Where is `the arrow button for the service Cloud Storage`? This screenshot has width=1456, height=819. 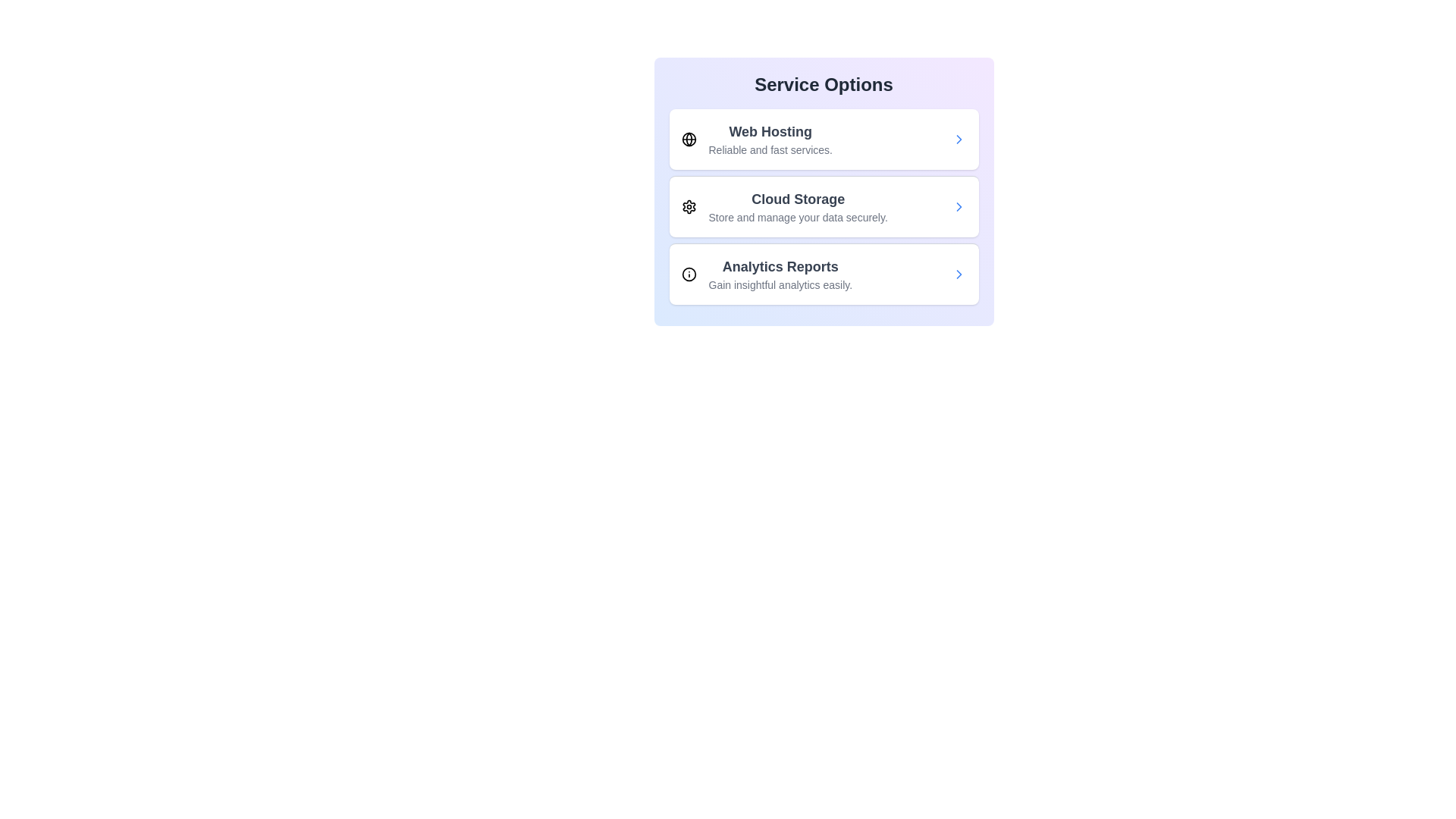 the arrow button for the service Cloud Storage is located at coordinates (958, 207).